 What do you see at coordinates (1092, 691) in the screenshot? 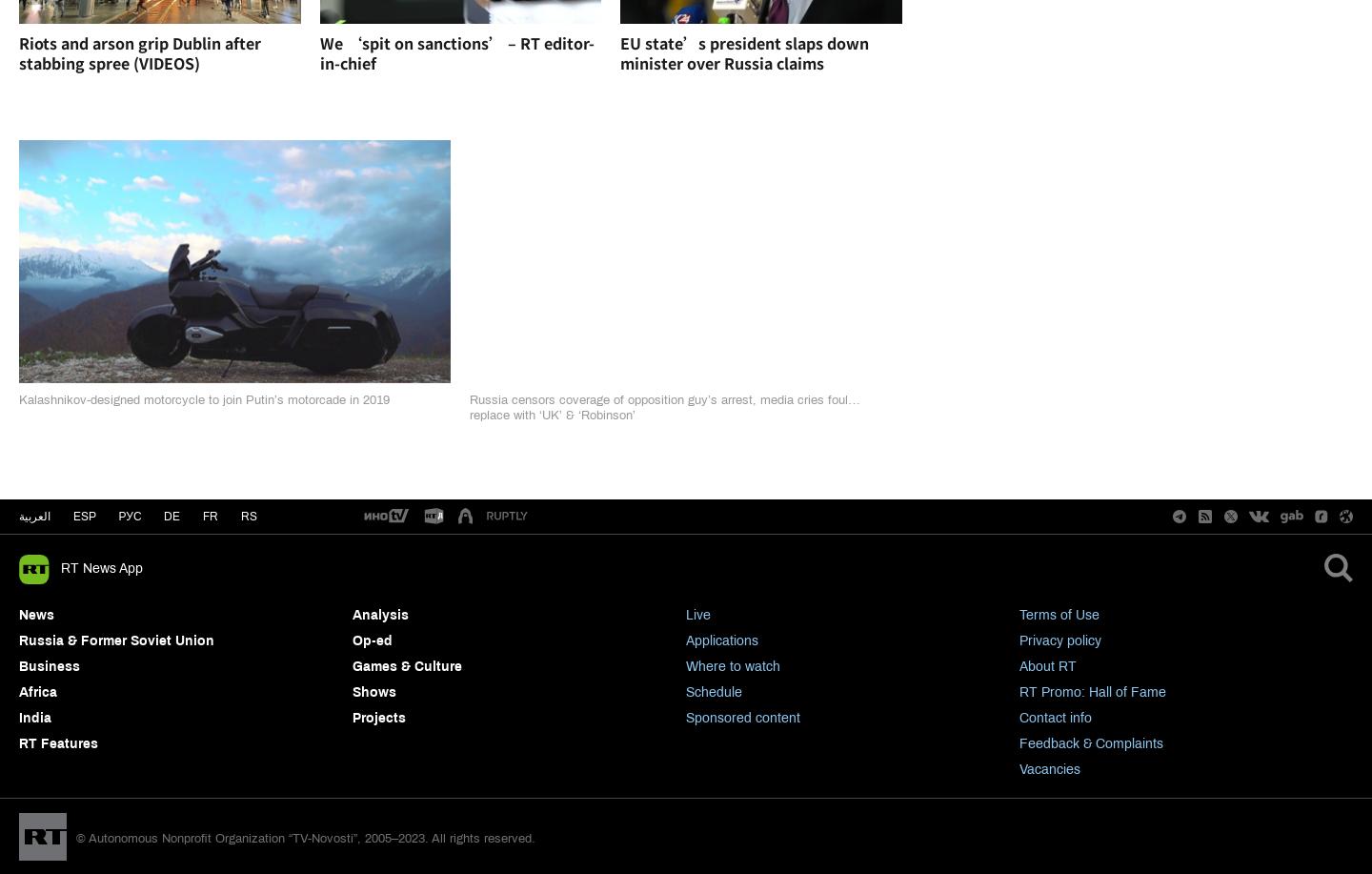
I see `'RT Promo: Hall of Fame'` at bounding box center [1092, 691].